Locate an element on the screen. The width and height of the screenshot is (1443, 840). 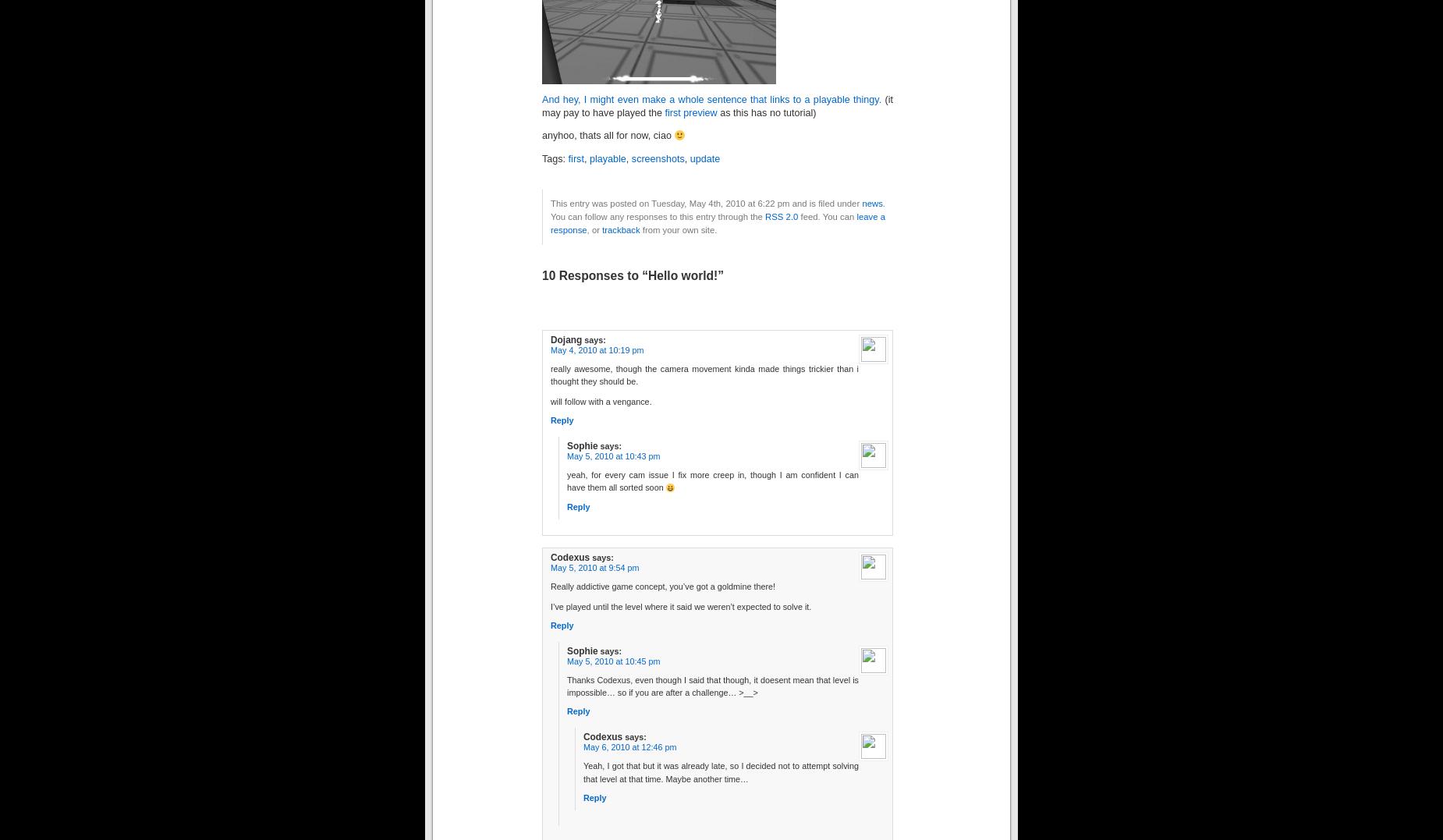
'.
						You can follow any responses to this entry through the' is located at coordinates (718, 208).